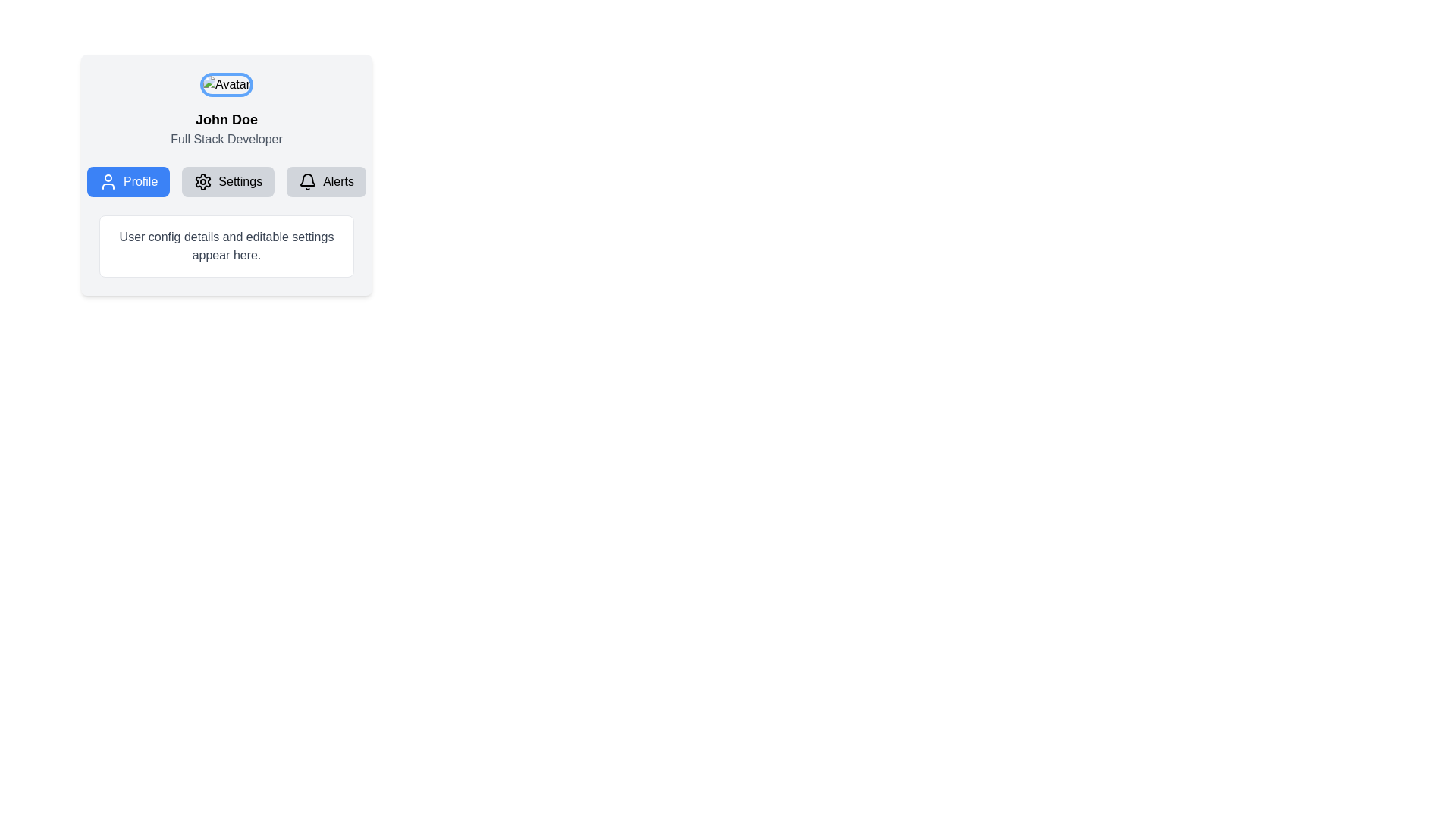 Image resolution: width=1456 pixels, height=819 pixels. I want to click on the user profile icon located inside the 'Profile' button in the top left section, so click(108, 180).